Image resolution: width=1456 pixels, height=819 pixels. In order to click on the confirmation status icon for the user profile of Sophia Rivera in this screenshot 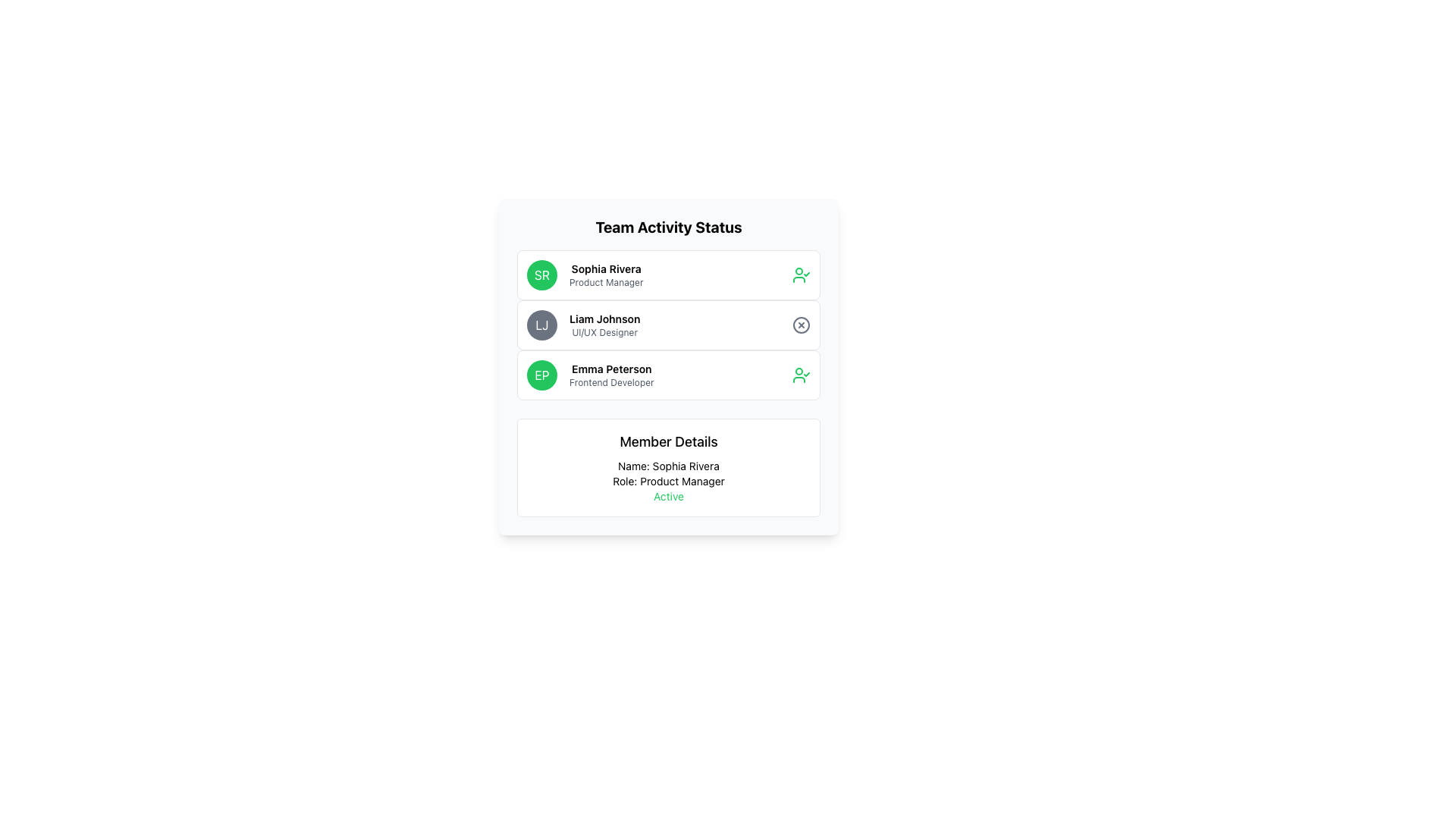, I will do `click(800, 275)`.